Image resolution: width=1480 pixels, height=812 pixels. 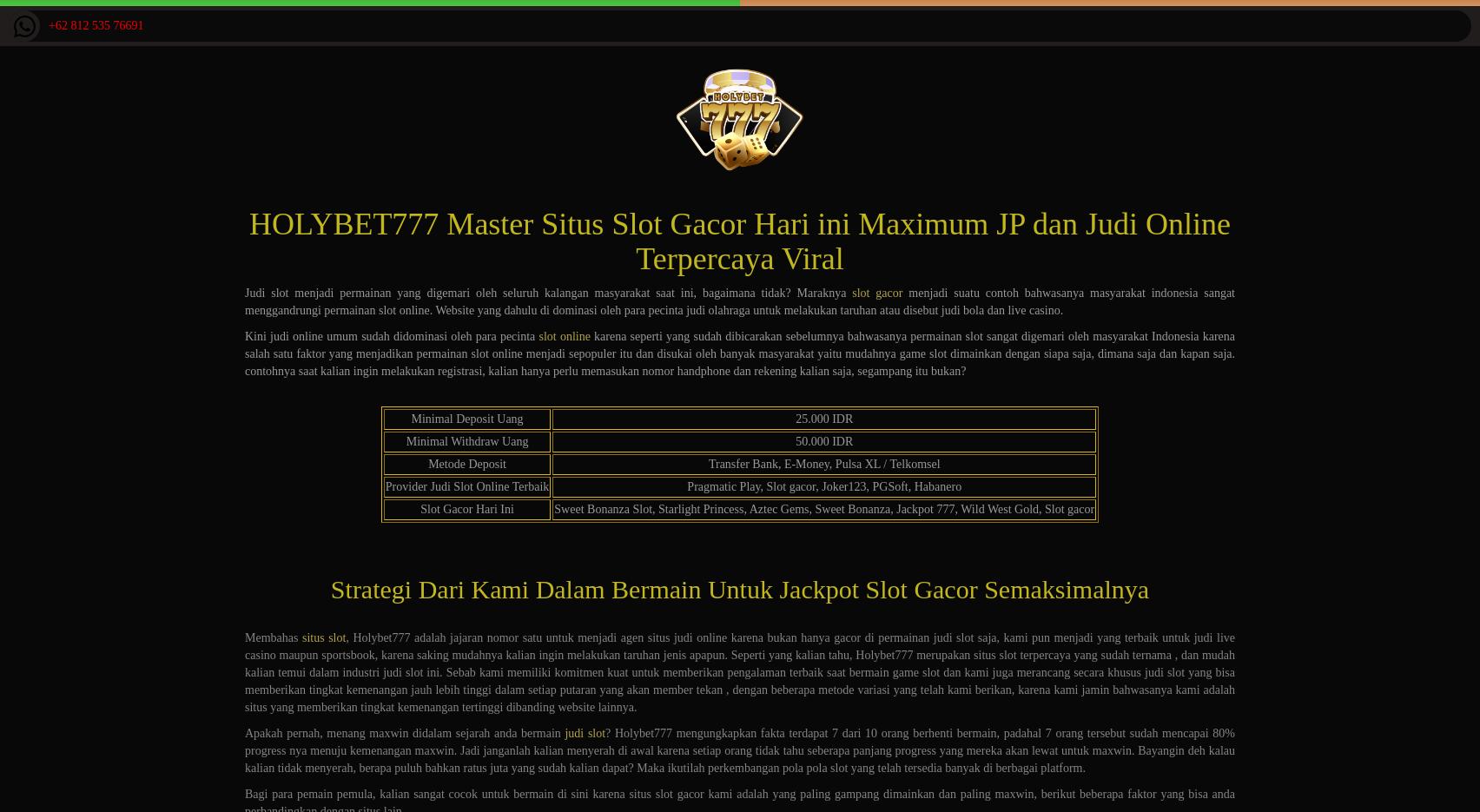 What do you see at coordinates (548, 293) in the screenshot?
I see `'Judi slot menjadi permainan yang digemari oleh seluruh kalangan masyarakat saat ini, bagaimana tidak? Maraknya'` at bounding box center [548, 293].